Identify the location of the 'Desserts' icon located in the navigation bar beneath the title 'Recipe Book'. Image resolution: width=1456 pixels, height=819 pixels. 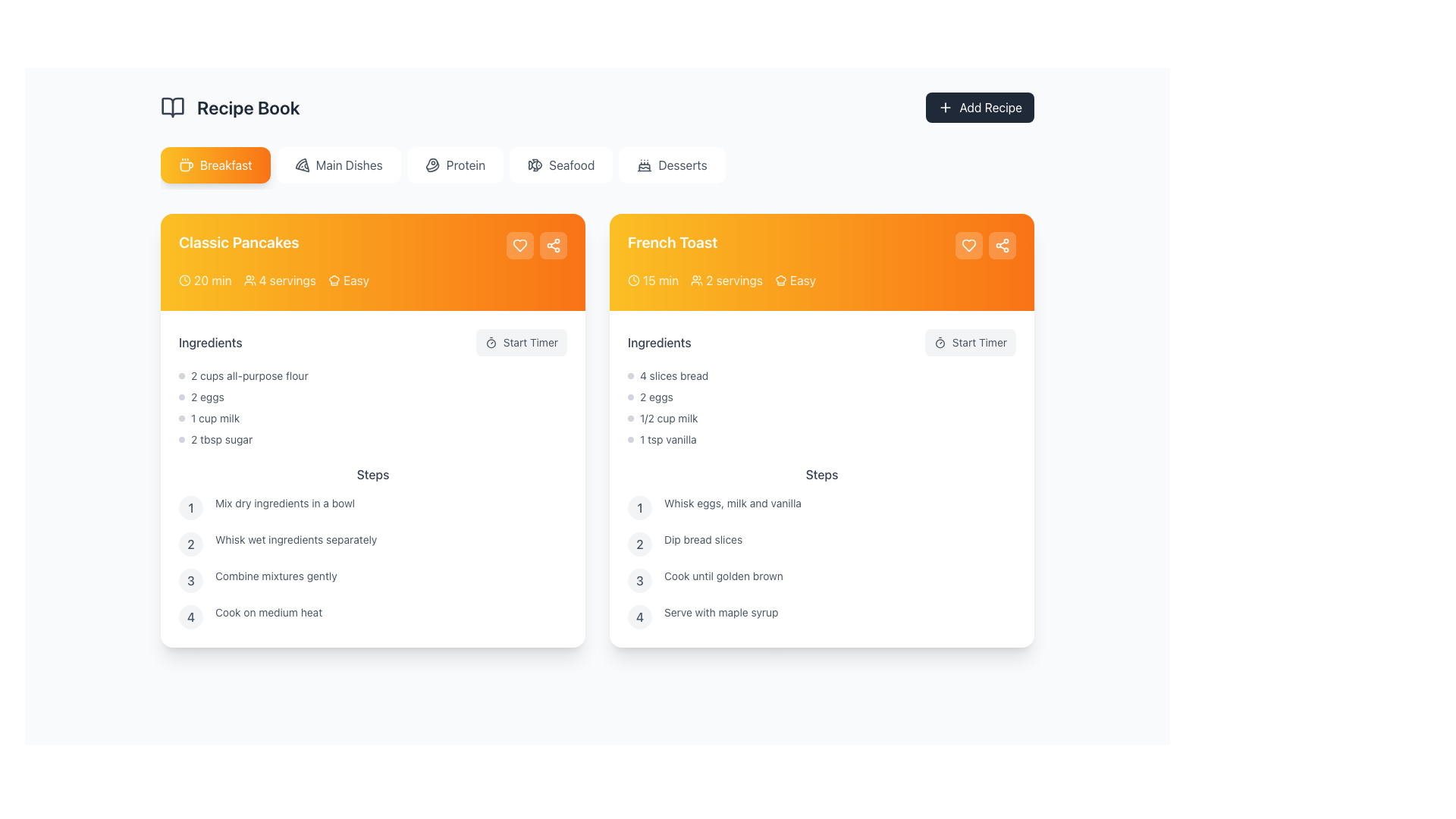
(645, 165).